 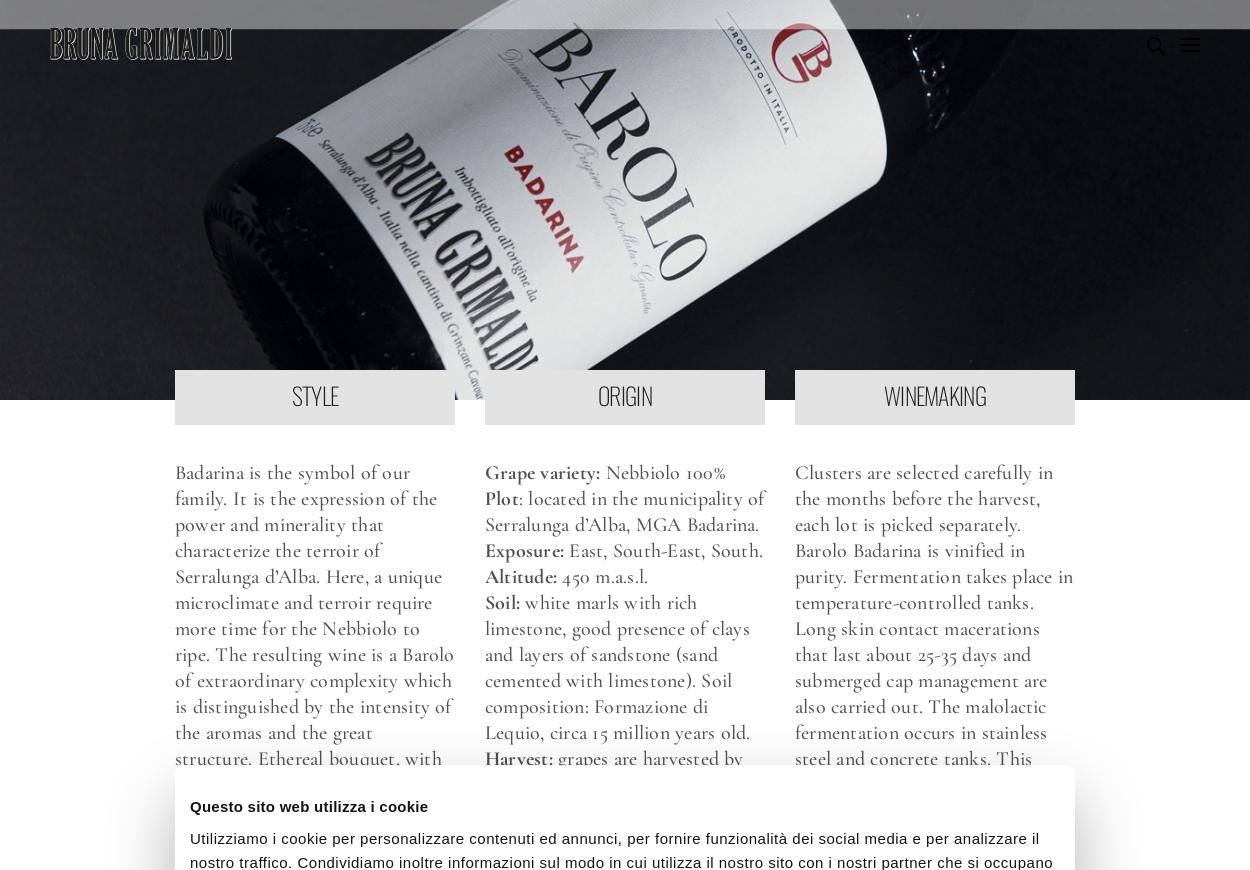 What do you see at coordinates (483, 575) in the screenshot?
I see `'Altitude:'` at bounding box center [483, 575].